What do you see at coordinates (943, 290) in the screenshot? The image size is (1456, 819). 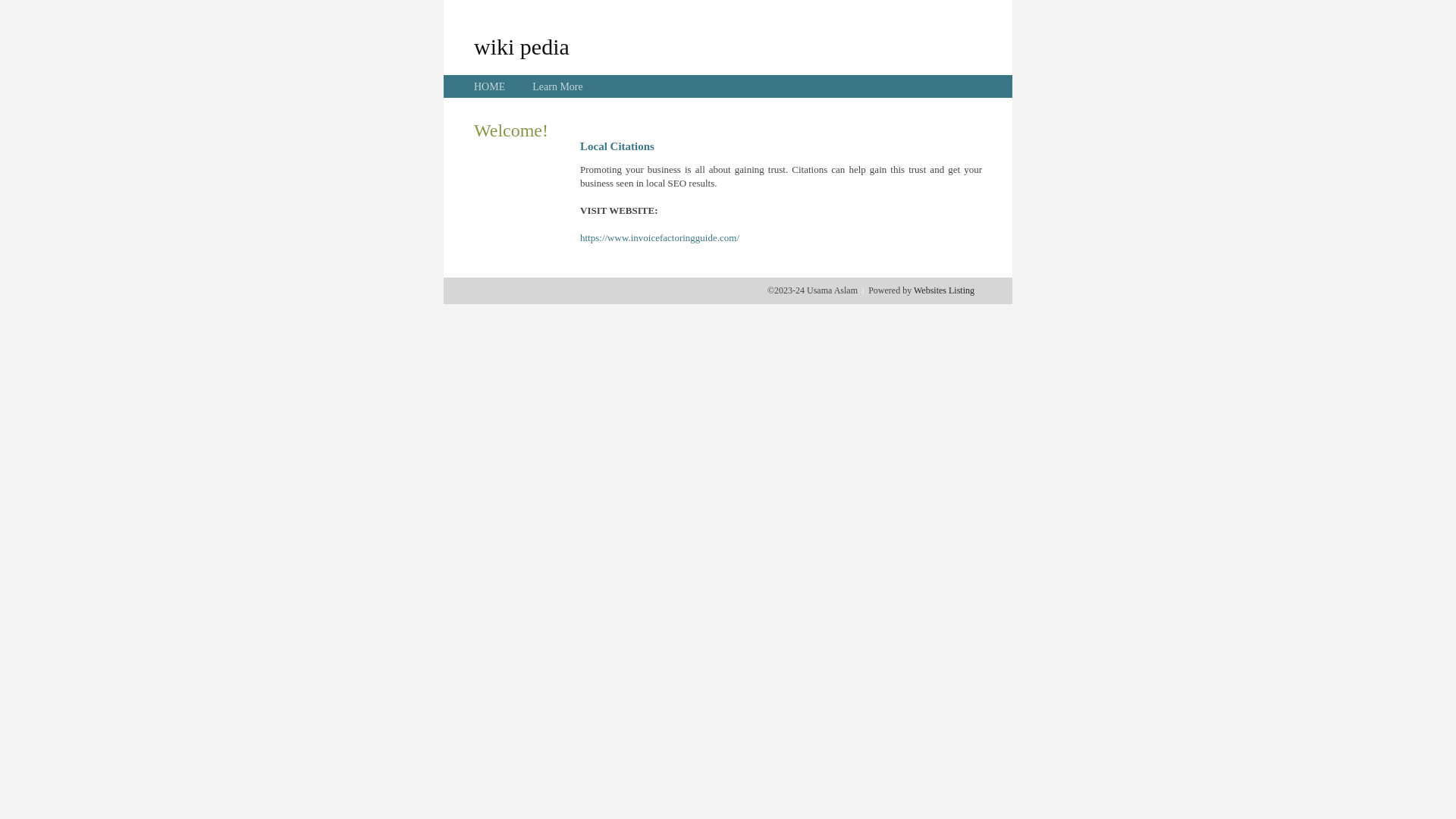 I see `'Websites Listing'` at bounding box center [943, 290].